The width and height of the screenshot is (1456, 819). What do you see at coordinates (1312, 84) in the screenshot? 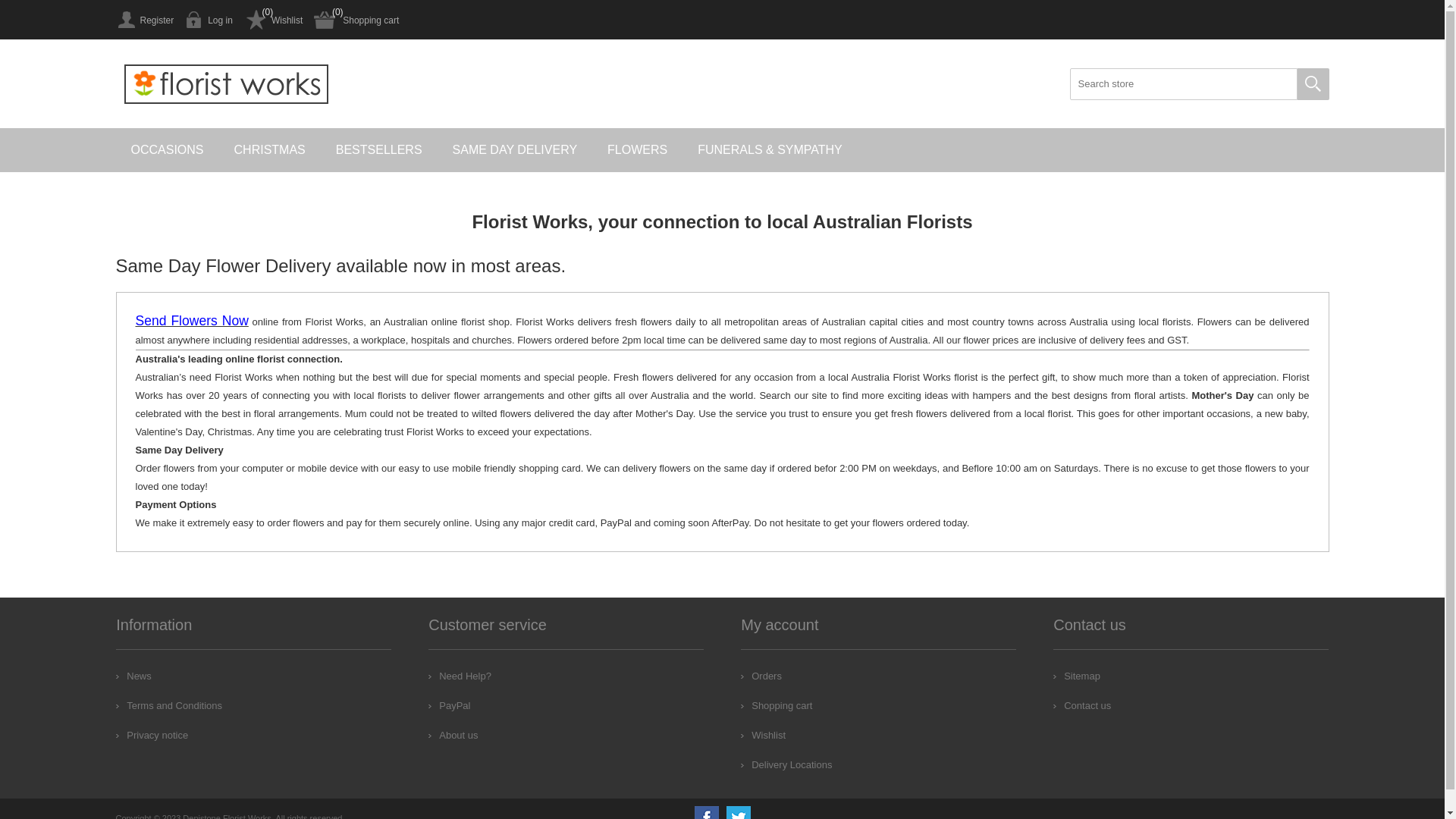
I see `'Search'` at bounding box center [1312, 84].